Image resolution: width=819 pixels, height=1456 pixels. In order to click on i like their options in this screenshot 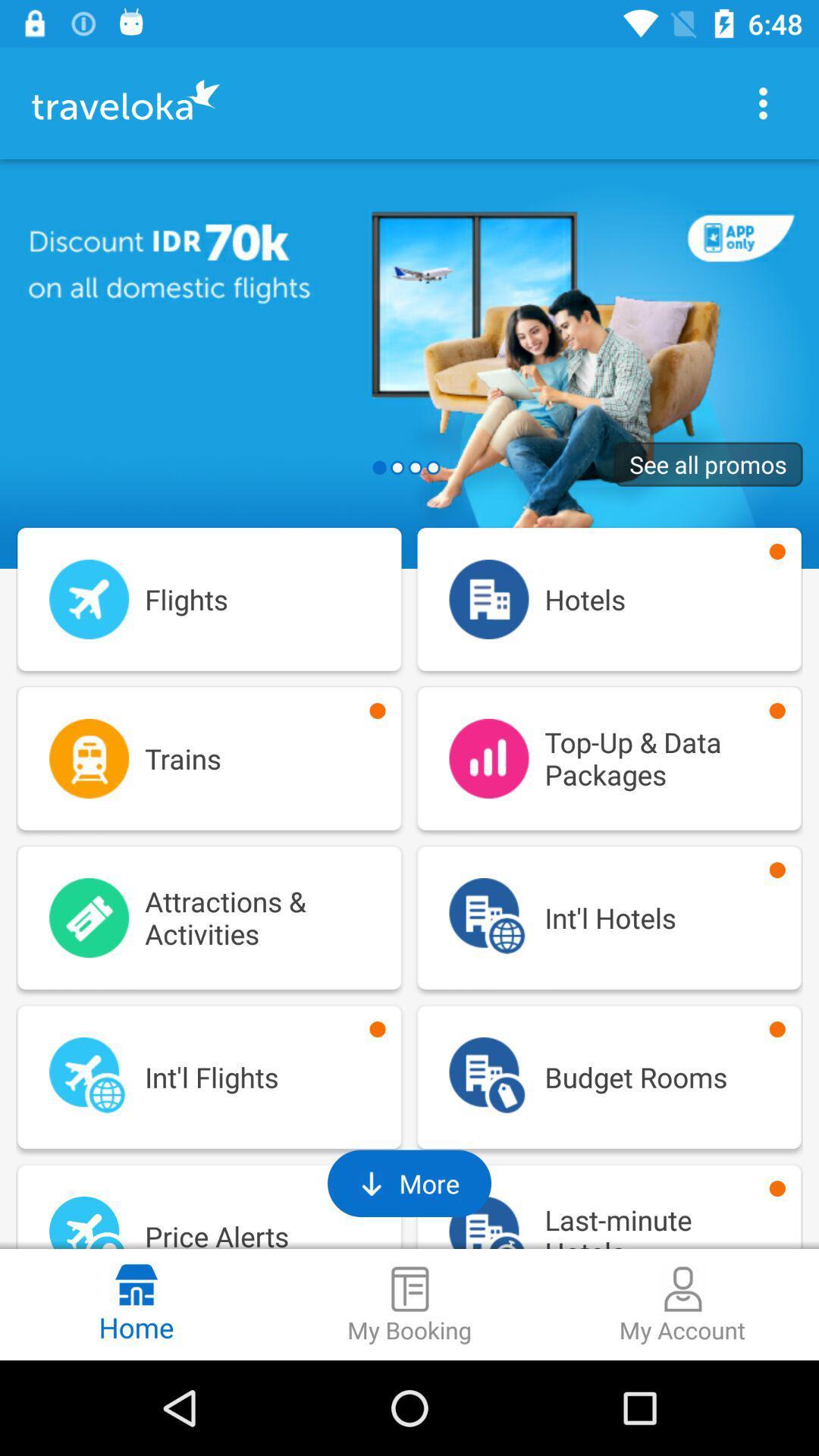, I will do `click(763, 102)`.